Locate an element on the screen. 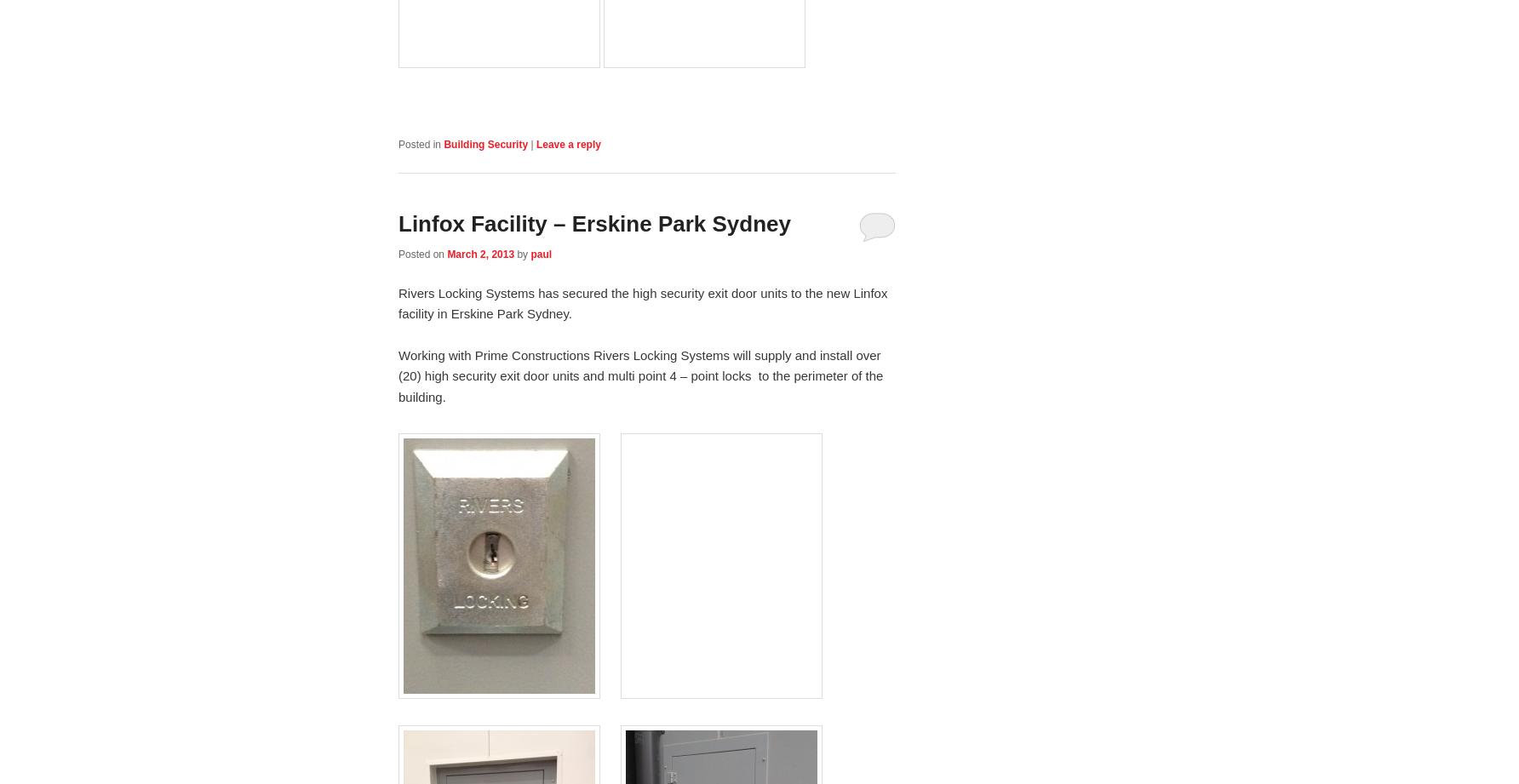 The width and height of the screenshot is (1519, 784). 'Leave a reply' is located at coordinates (535, 143).